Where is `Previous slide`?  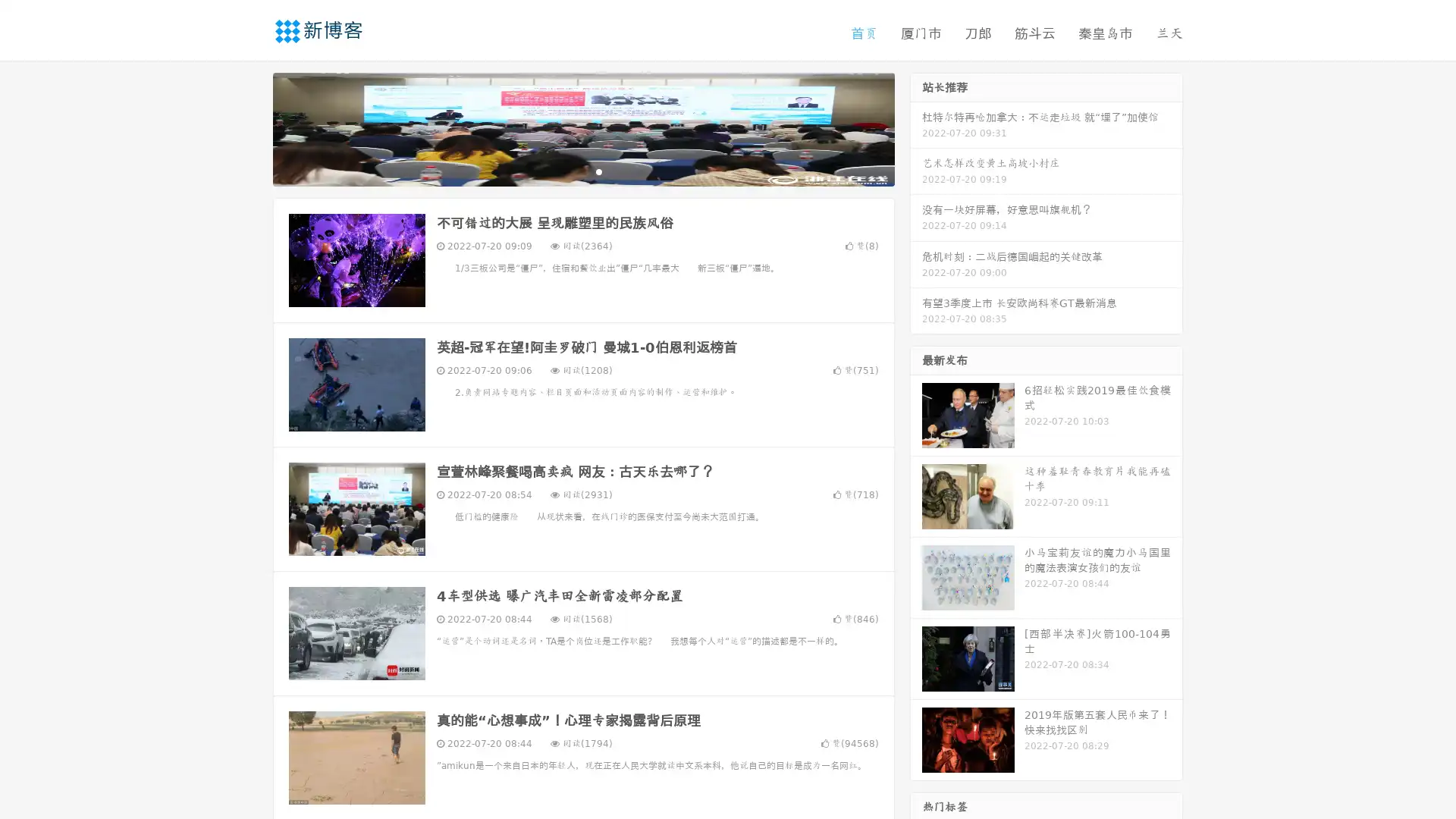 Previous slide is located at coordinates (250, 127).